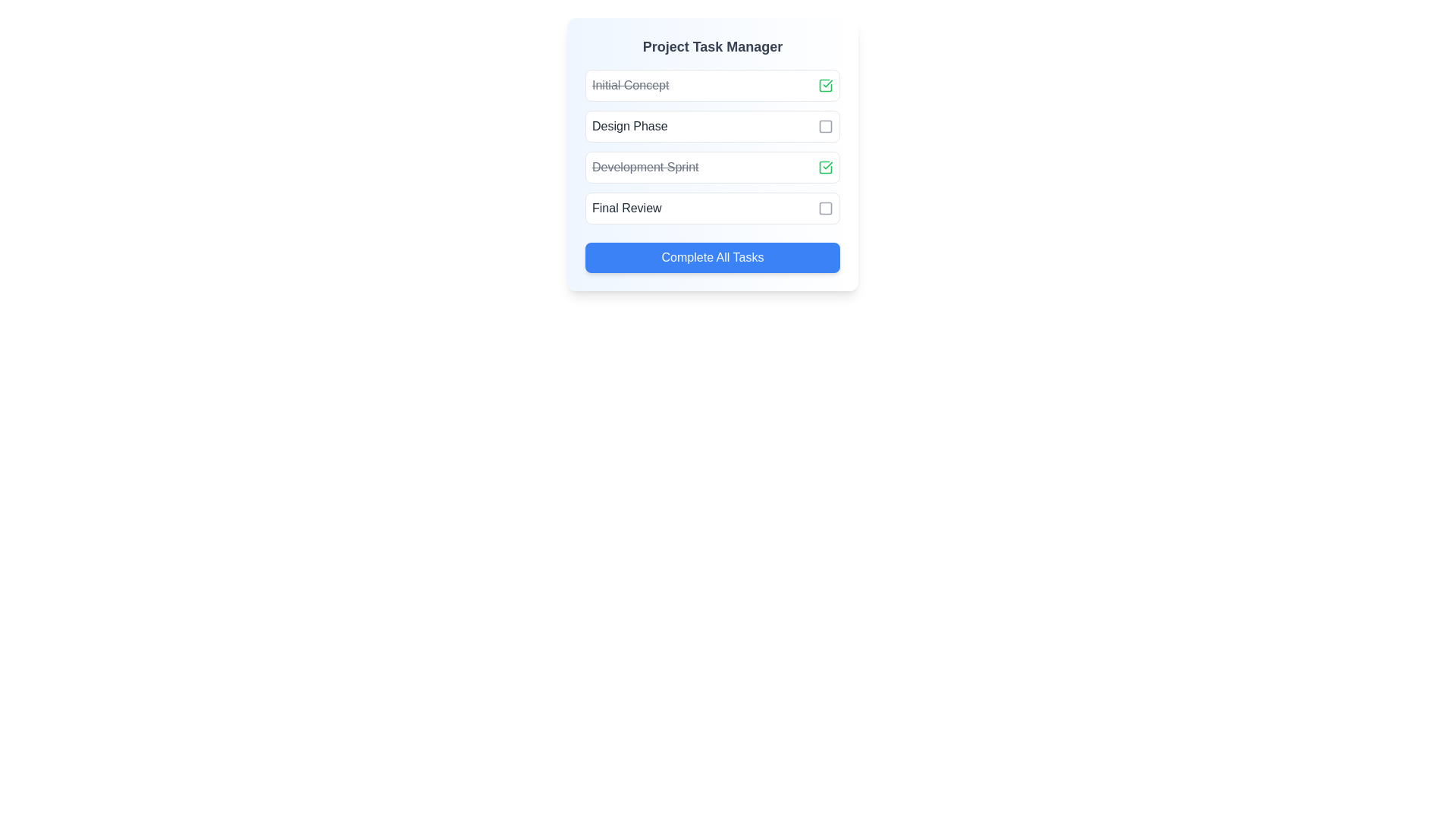 The width and height of the screenshot is (1456, 819). Describe the element at coordinates (825, 208) in the screenshot. I see `the checkbox icon next to the text 'Final Review'` at that location.